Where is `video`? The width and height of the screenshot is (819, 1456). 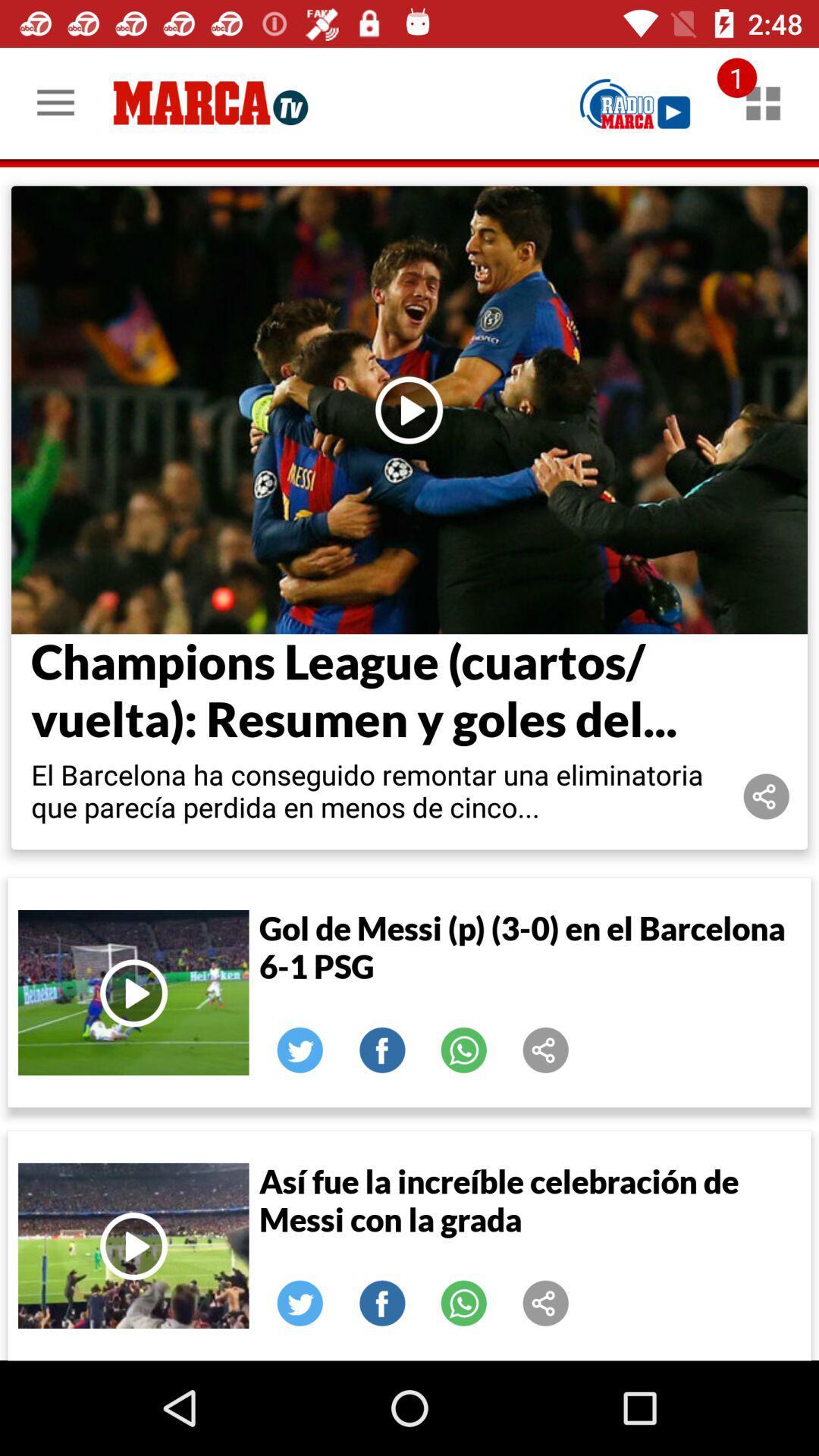 video is located at coordinates (409, 409).